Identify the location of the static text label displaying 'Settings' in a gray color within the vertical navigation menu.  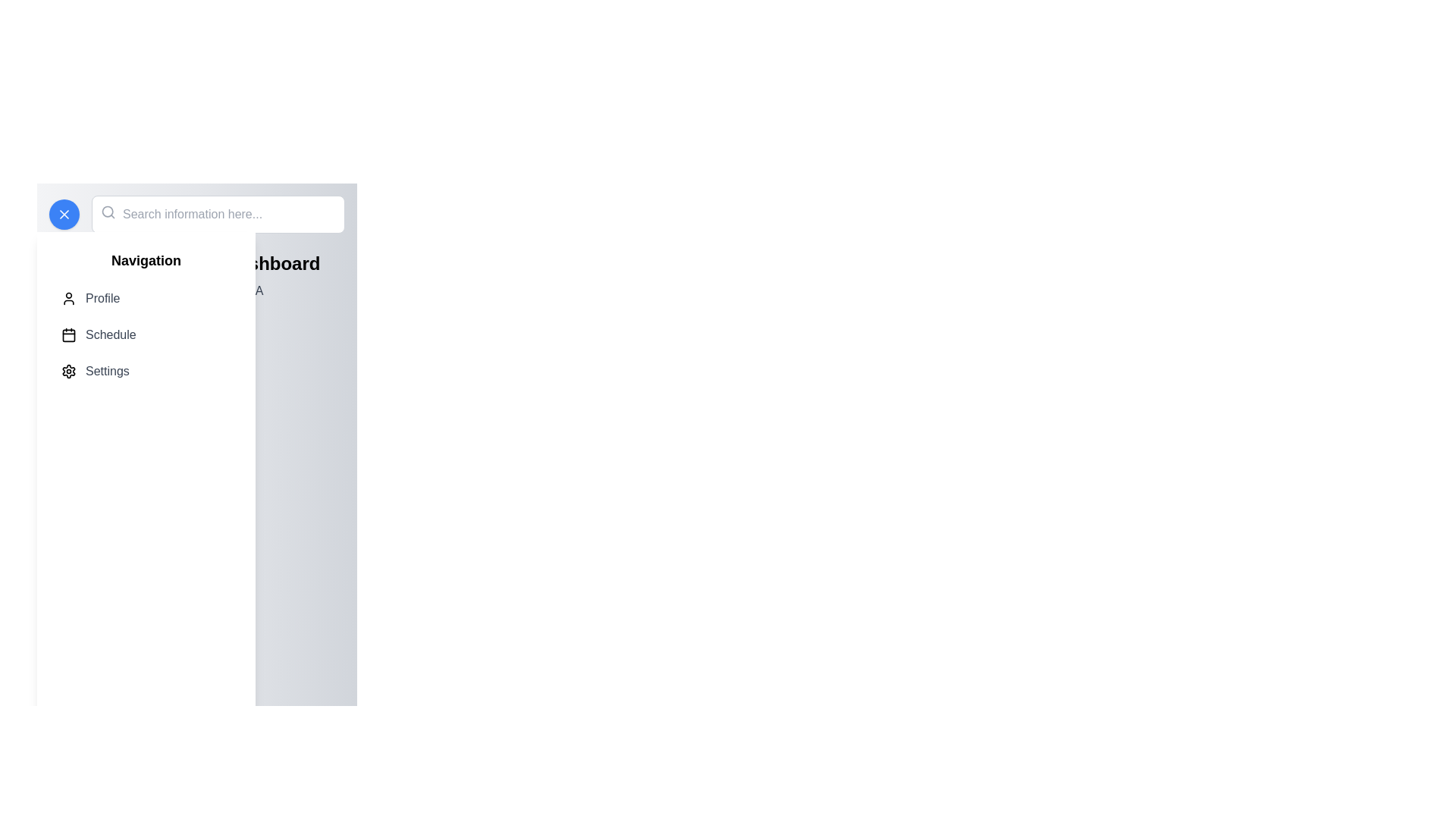
(106, 371).